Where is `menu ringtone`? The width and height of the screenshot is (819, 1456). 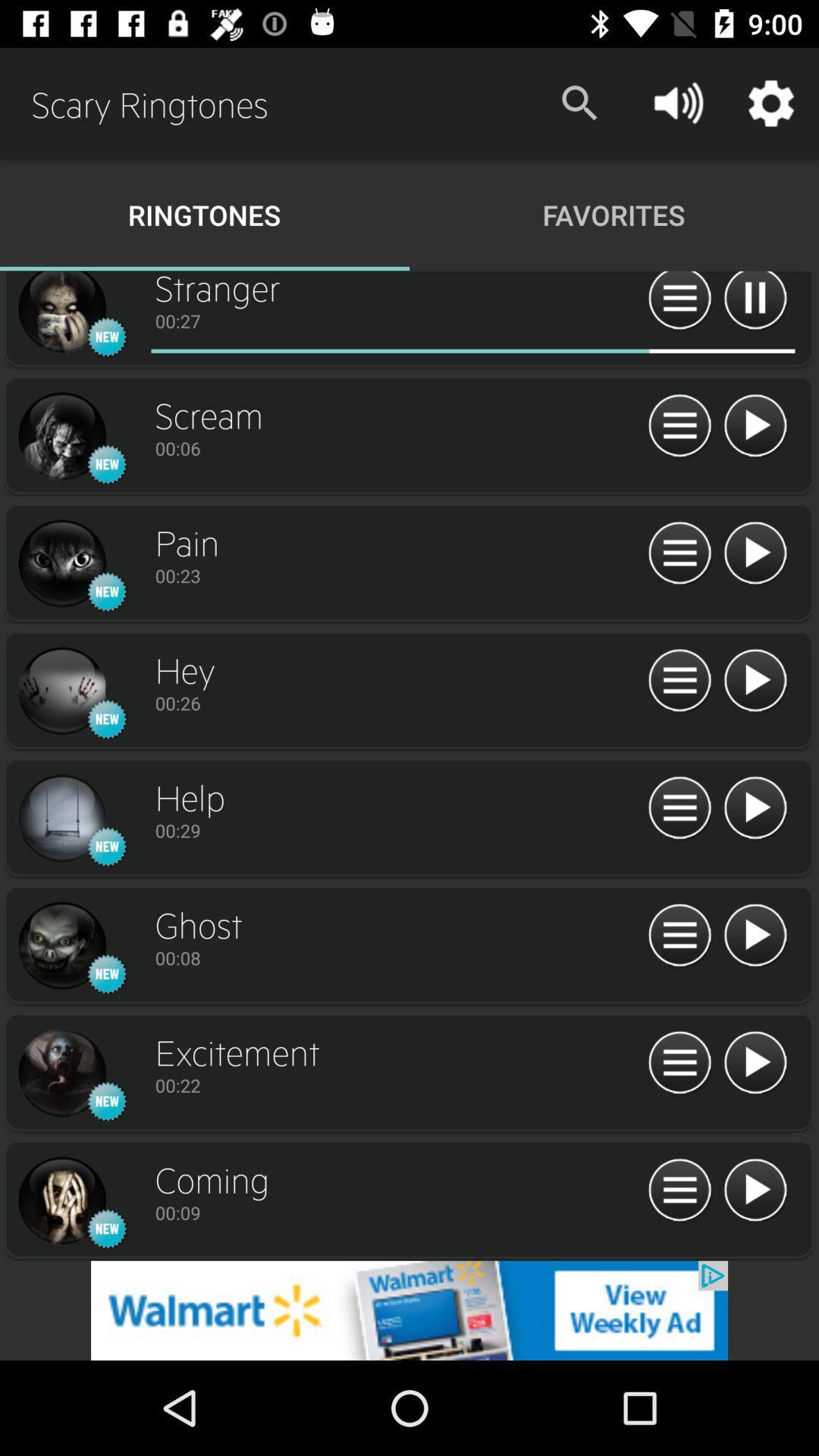
menu ringtone is located at coordinates (679, 1062).